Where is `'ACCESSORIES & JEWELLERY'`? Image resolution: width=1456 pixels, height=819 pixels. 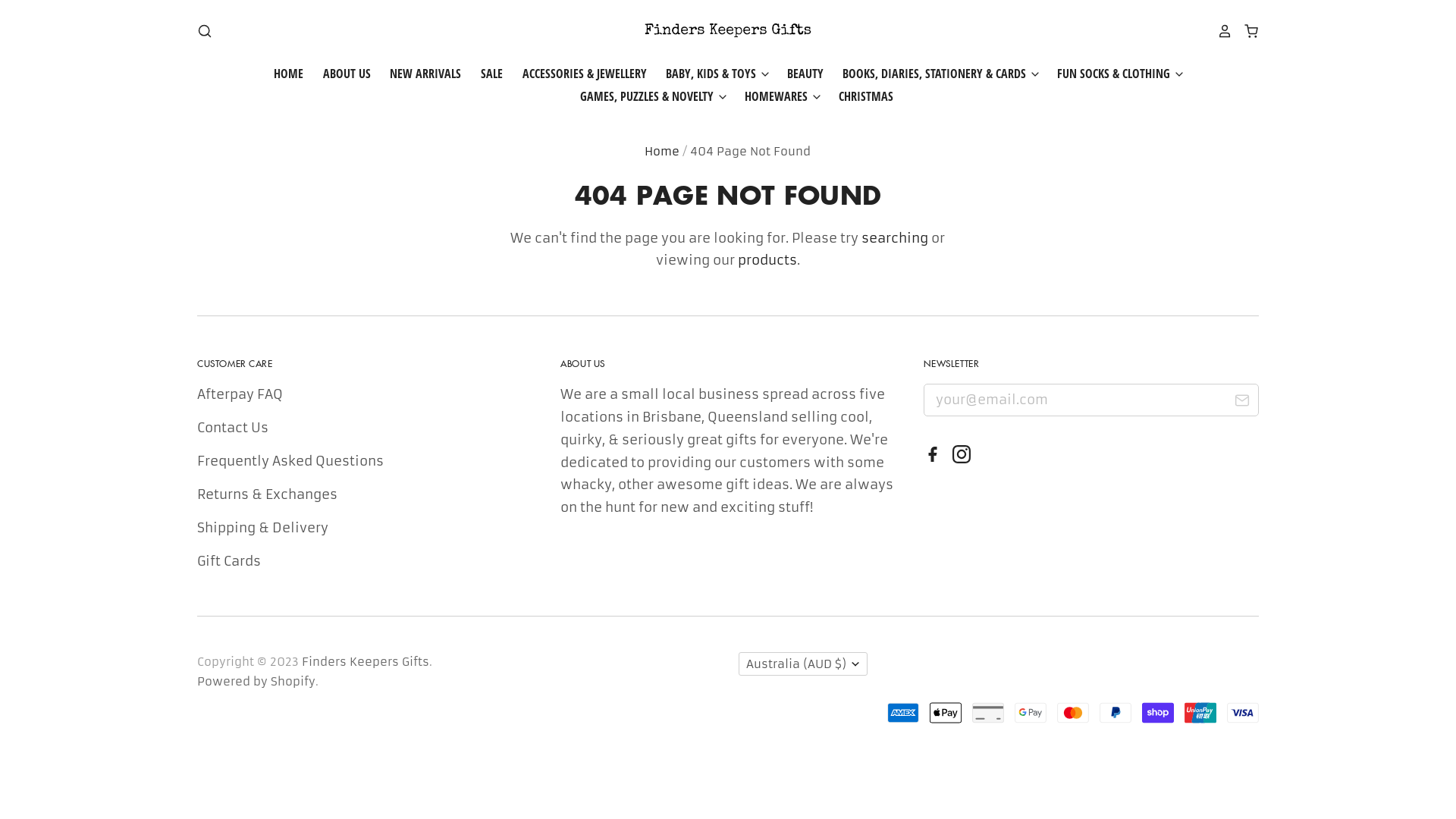
'ACCESSORIES & JEWELLERY' is located at coordinates (574, 73).